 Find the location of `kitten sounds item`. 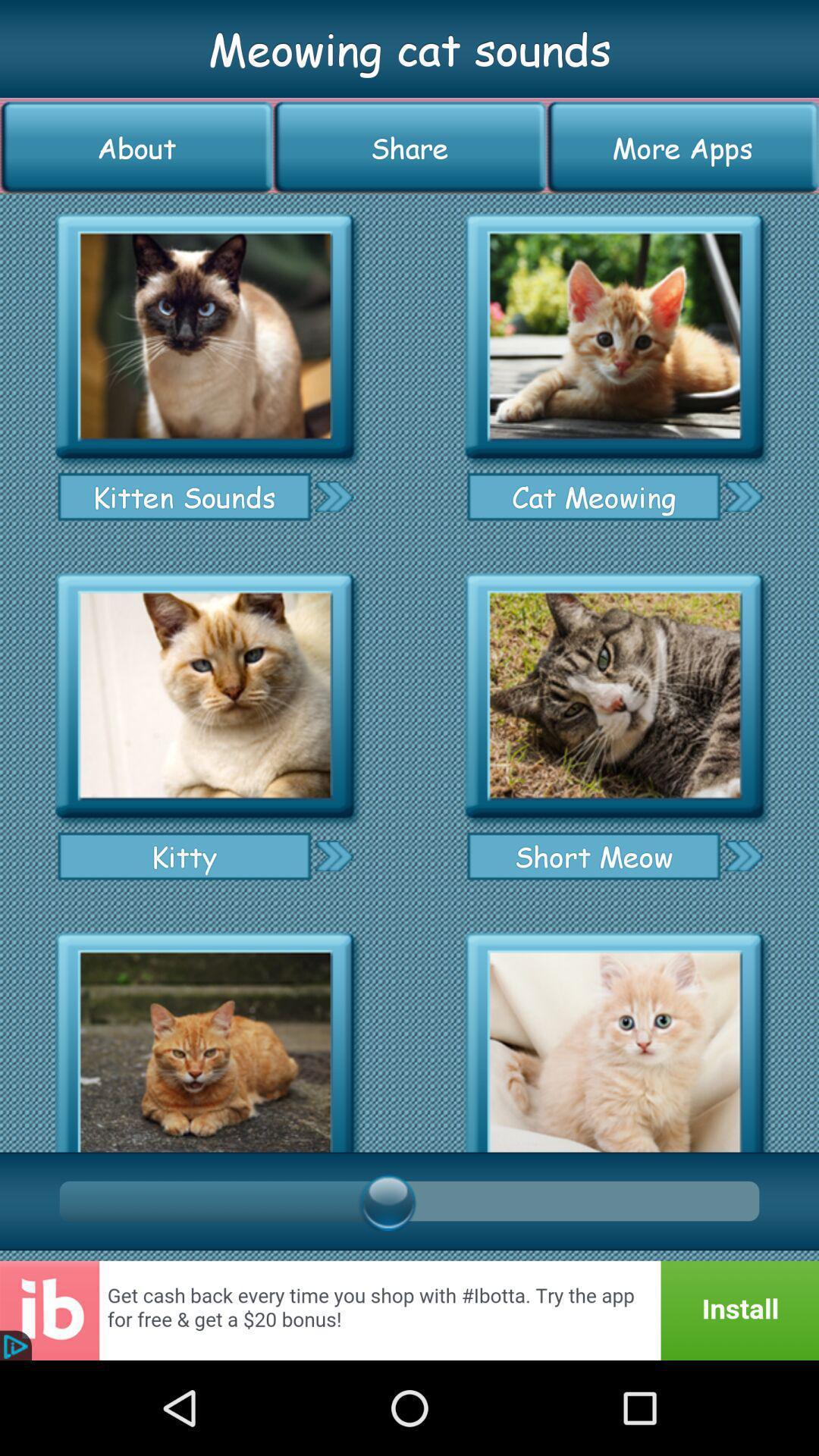

kitten sounds item is located at coordinates (184, 497).